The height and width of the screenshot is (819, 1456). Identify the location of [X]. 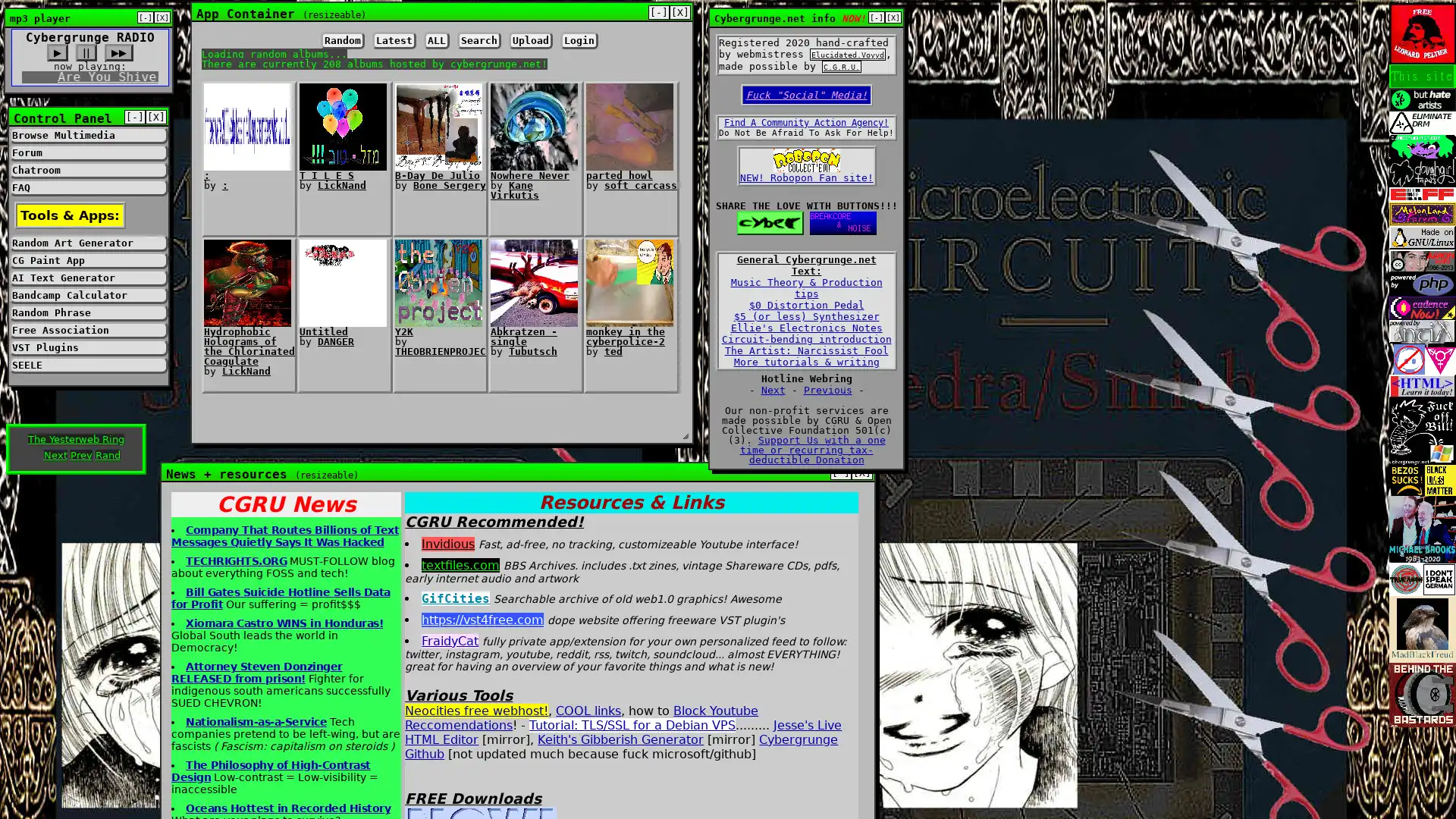
(162, 17).